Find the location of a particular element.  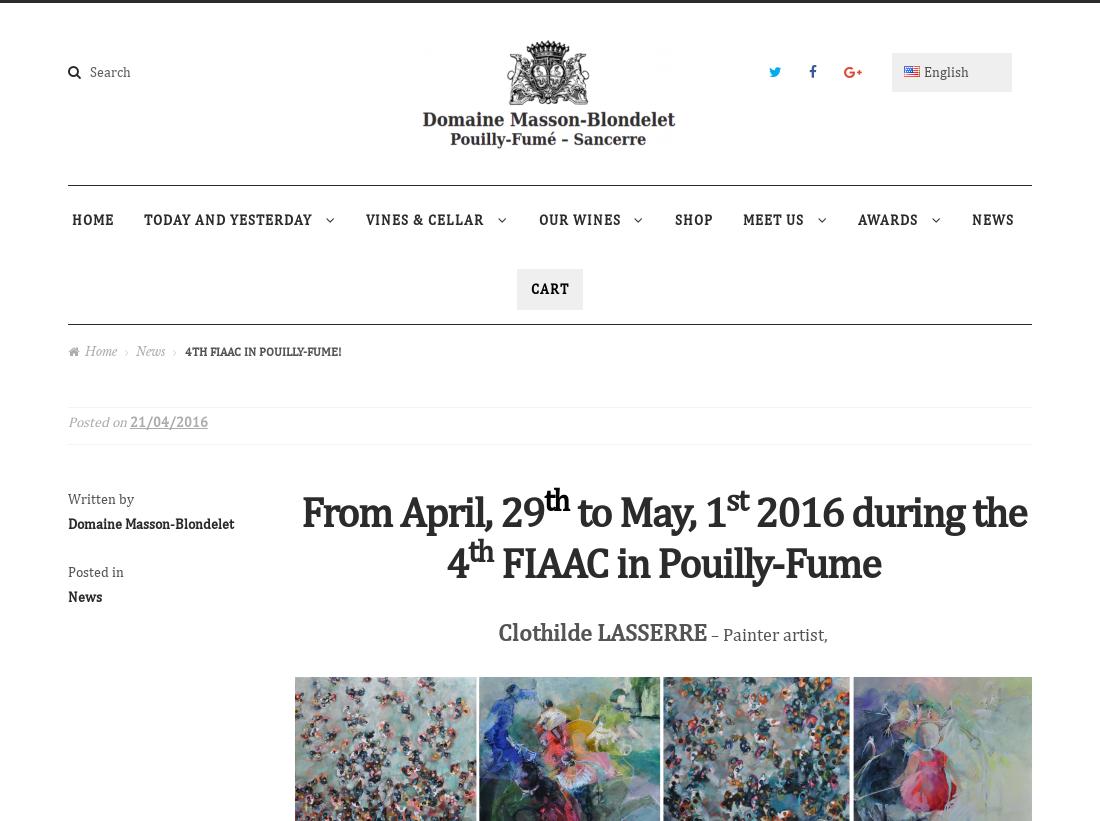

'Clothilde LASSERRE' is located at coordinates (601, 632).